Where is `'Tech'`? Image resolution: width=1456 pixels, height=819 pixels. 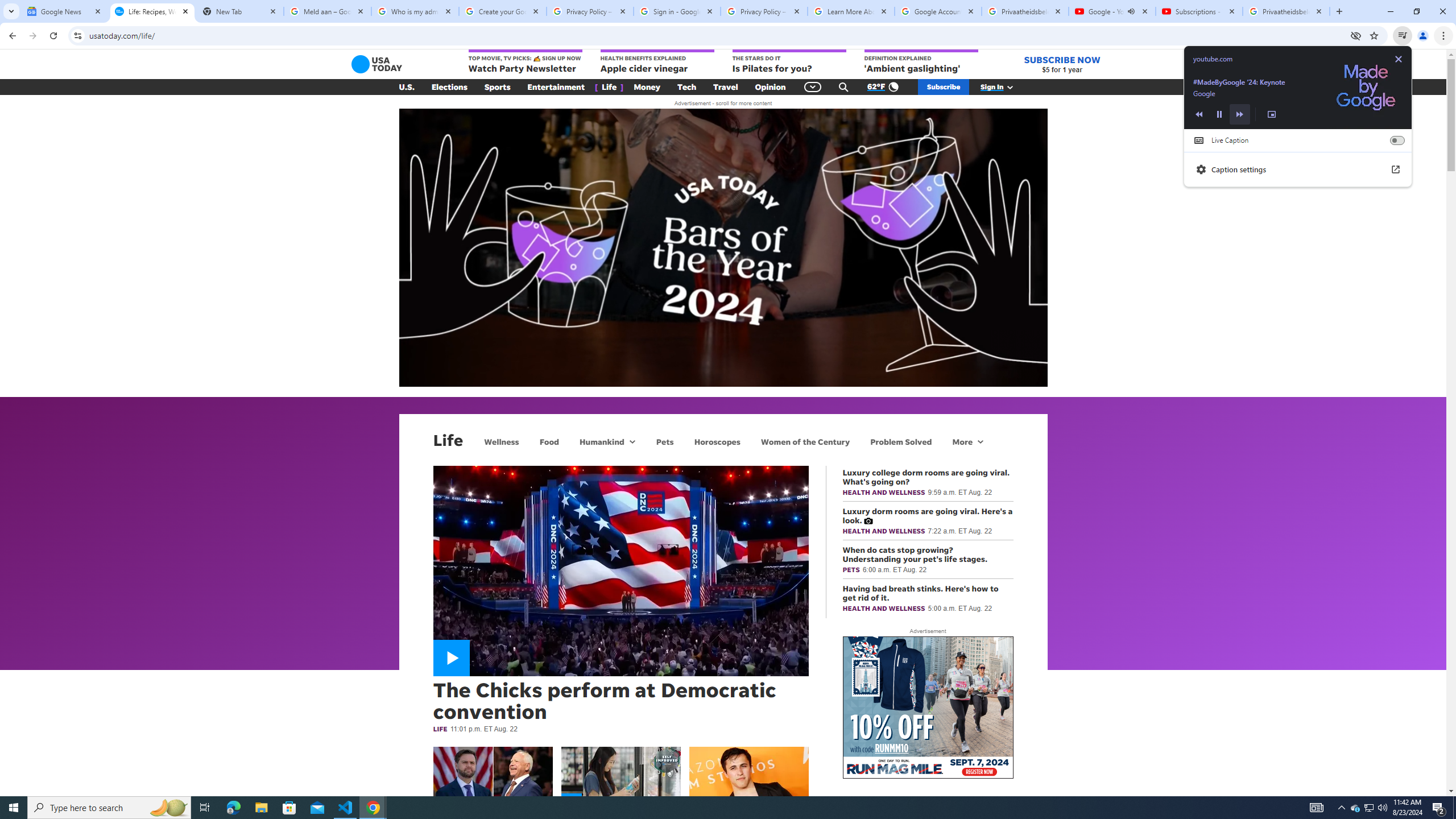 'Tech' is located at coordinates (686, 87).